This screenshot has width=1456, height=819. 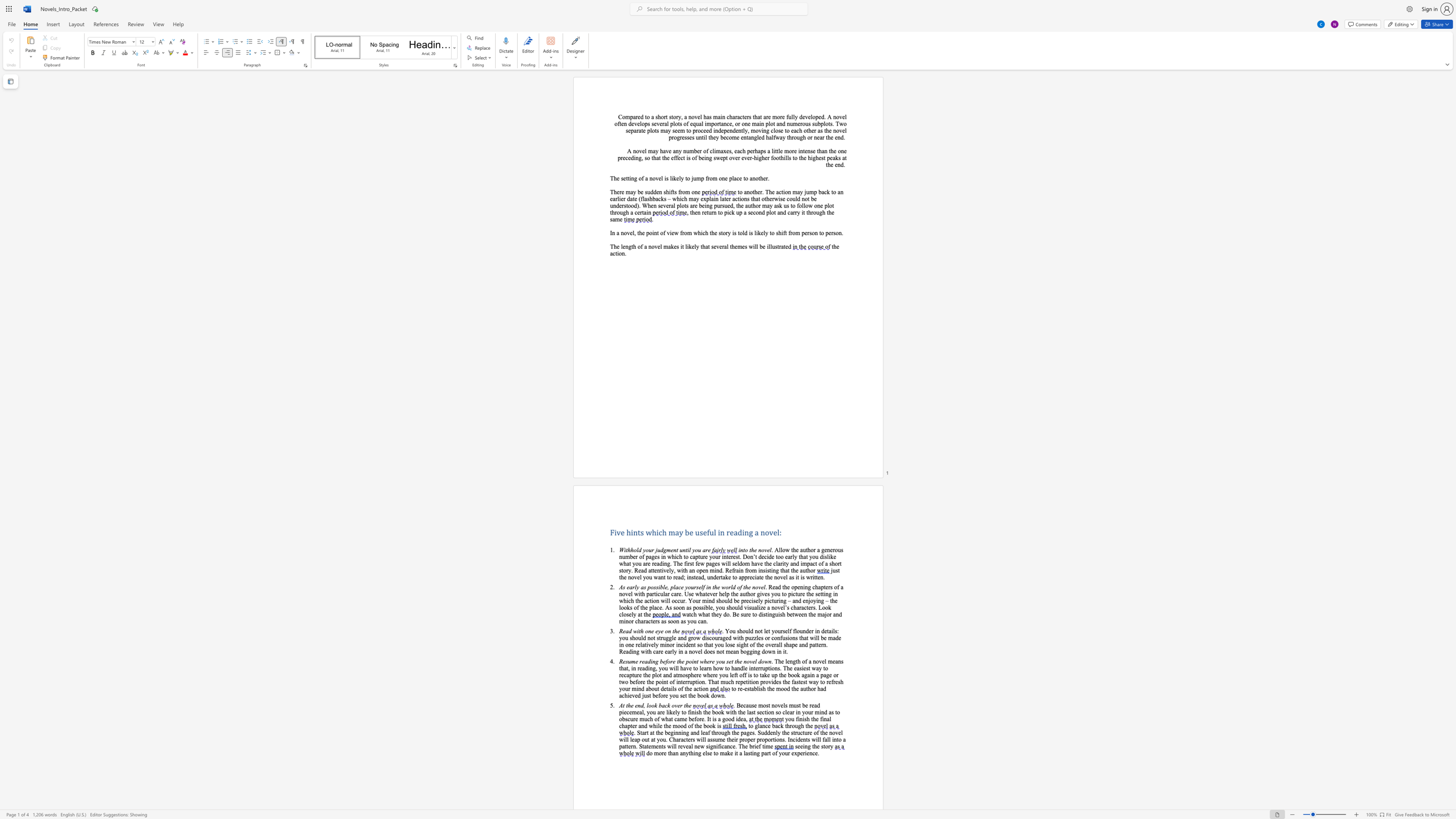 I want to click on the subset text "Your mind should be precisely picturing – and enjoying – the looks of the place. As soon as possible, you should visualize a novel’s charac" within the text ". Read the opening chapters of a novel with particular care. Use whatever help the author gives you to picture the setting in which the action will occur. Your mind should be precisely picturing – and enjoying – the looks of the place. As soon as possible, you should visualize a novel’s characters. Look closely at the", so click(x=688, y=600).